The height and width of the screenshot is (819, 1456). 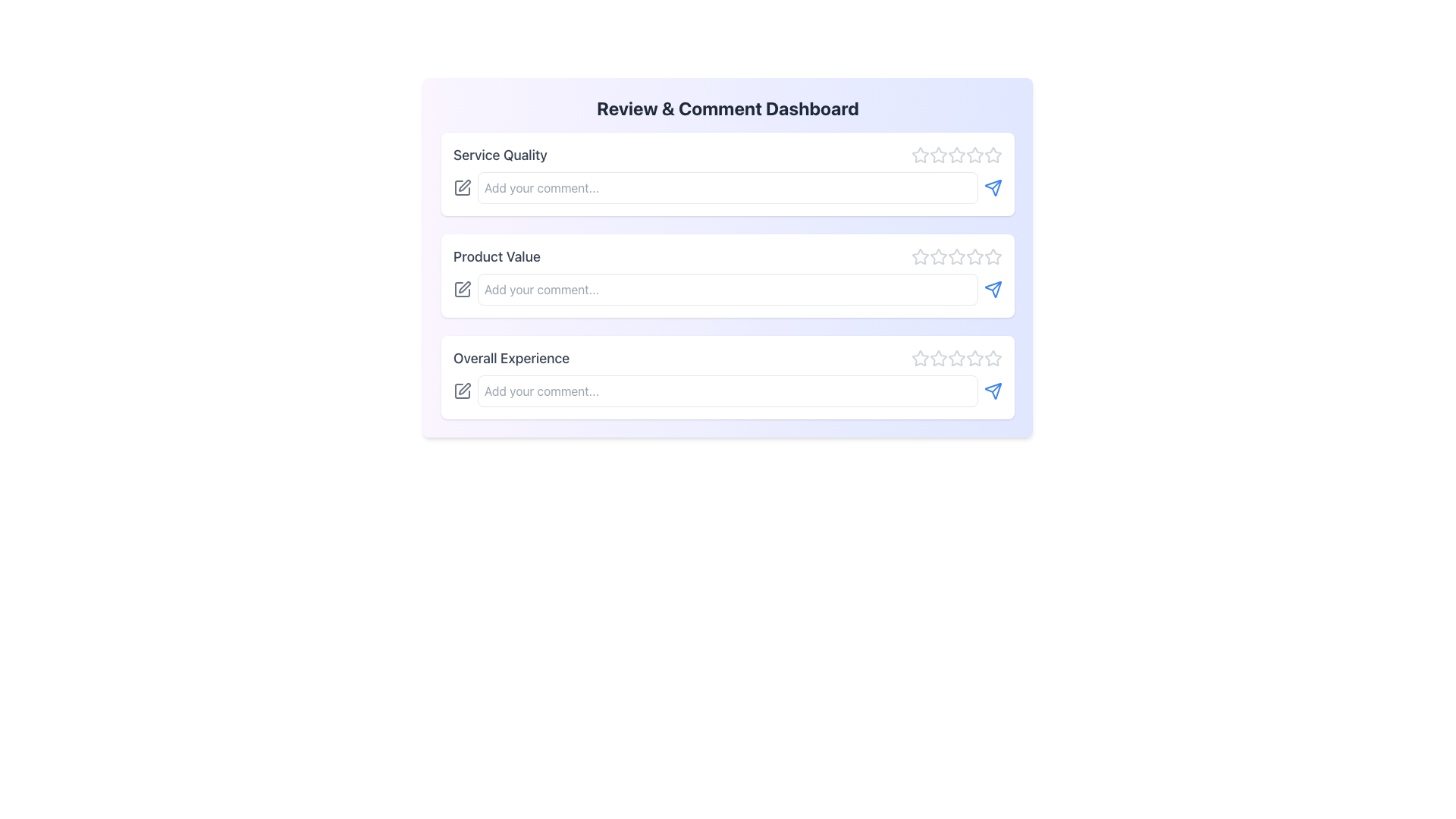 I want to click on the fourth star icon in the 'Overall Experience' row, so click(x=993, y=357).